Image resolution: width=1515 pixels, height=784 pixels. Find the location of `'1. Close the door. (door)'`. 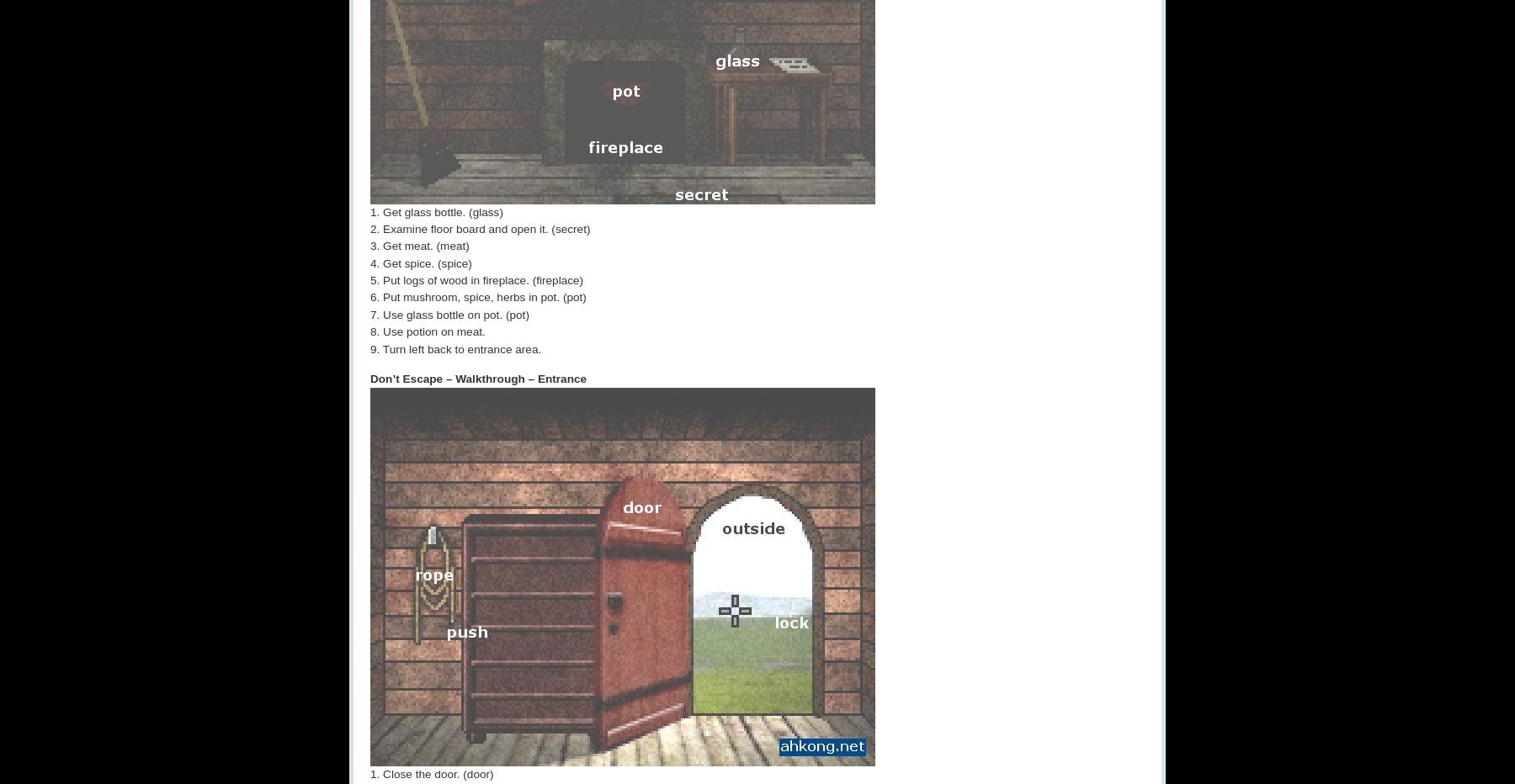

'1. Close the door. (door)' is located at coordinates (431, 774).